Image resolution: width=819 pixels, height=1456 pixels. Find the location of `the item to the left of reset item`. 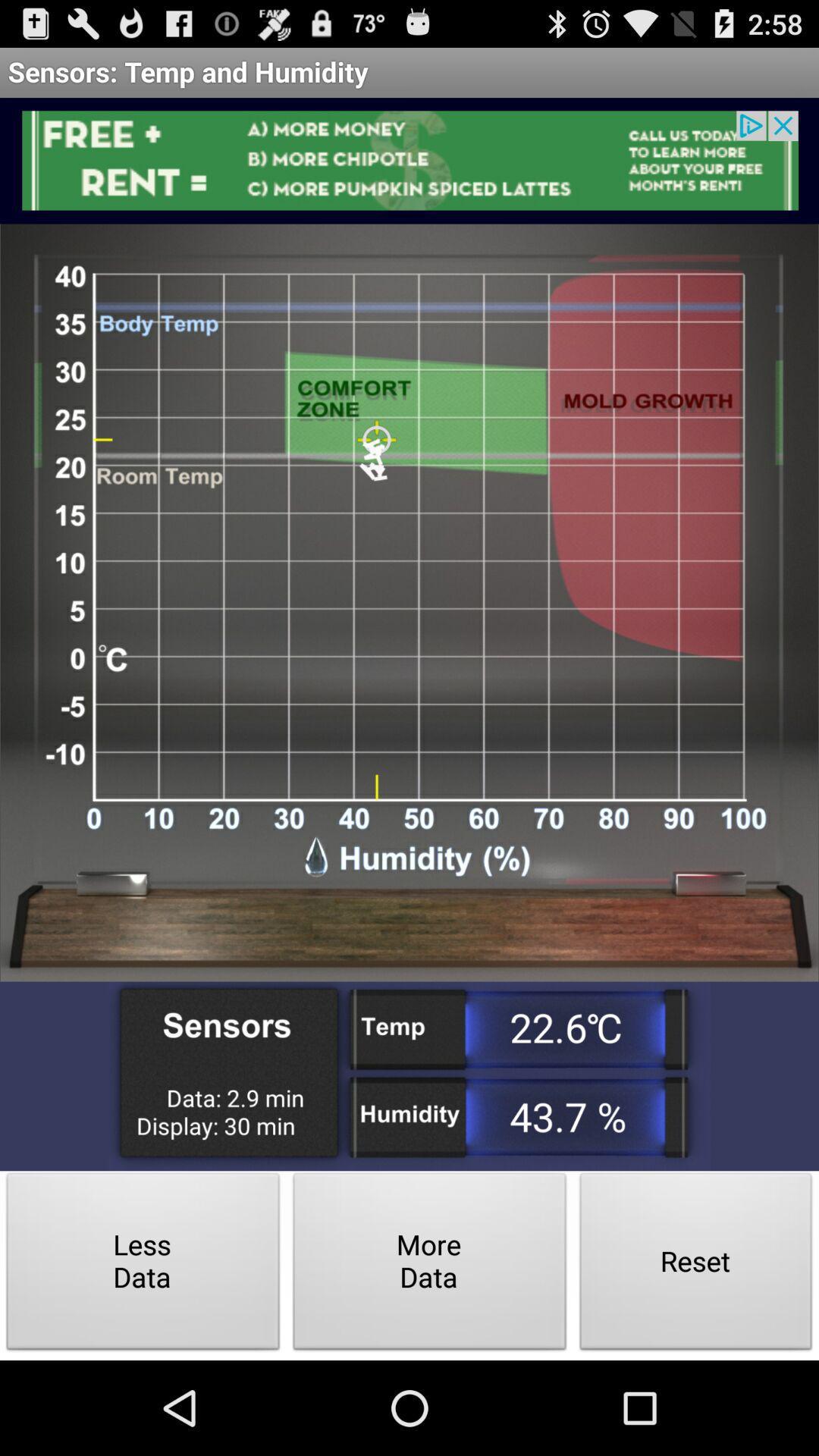

the item to the left of reset item is located at coordinates (430, 1266).